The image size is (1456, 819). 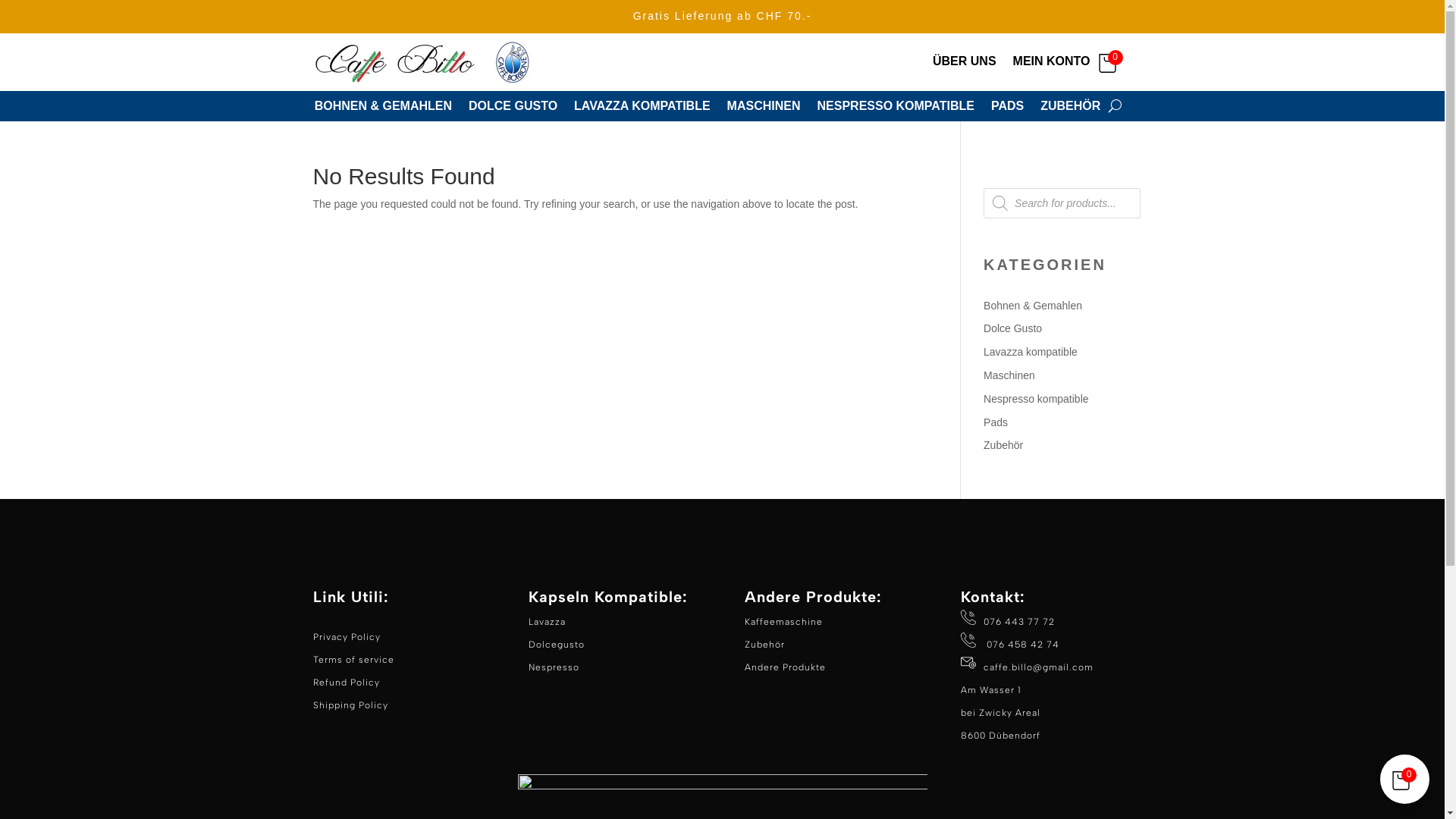 I want to click on 'MEIN KONTO', so click(x=1051, y=64).